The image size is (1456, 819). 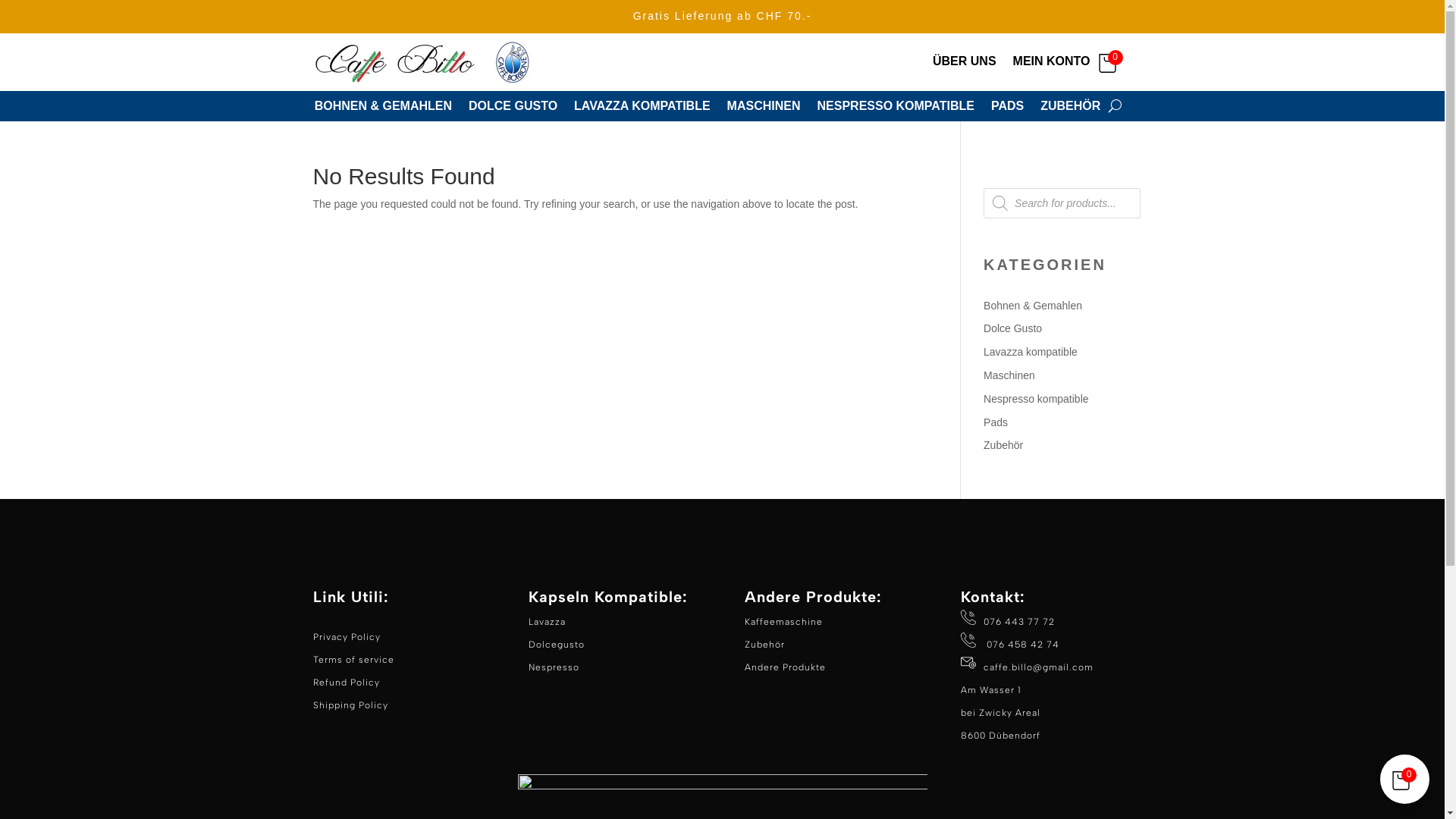 I want to click on 'MEIN KONTO', so click(x=1051, y=64).